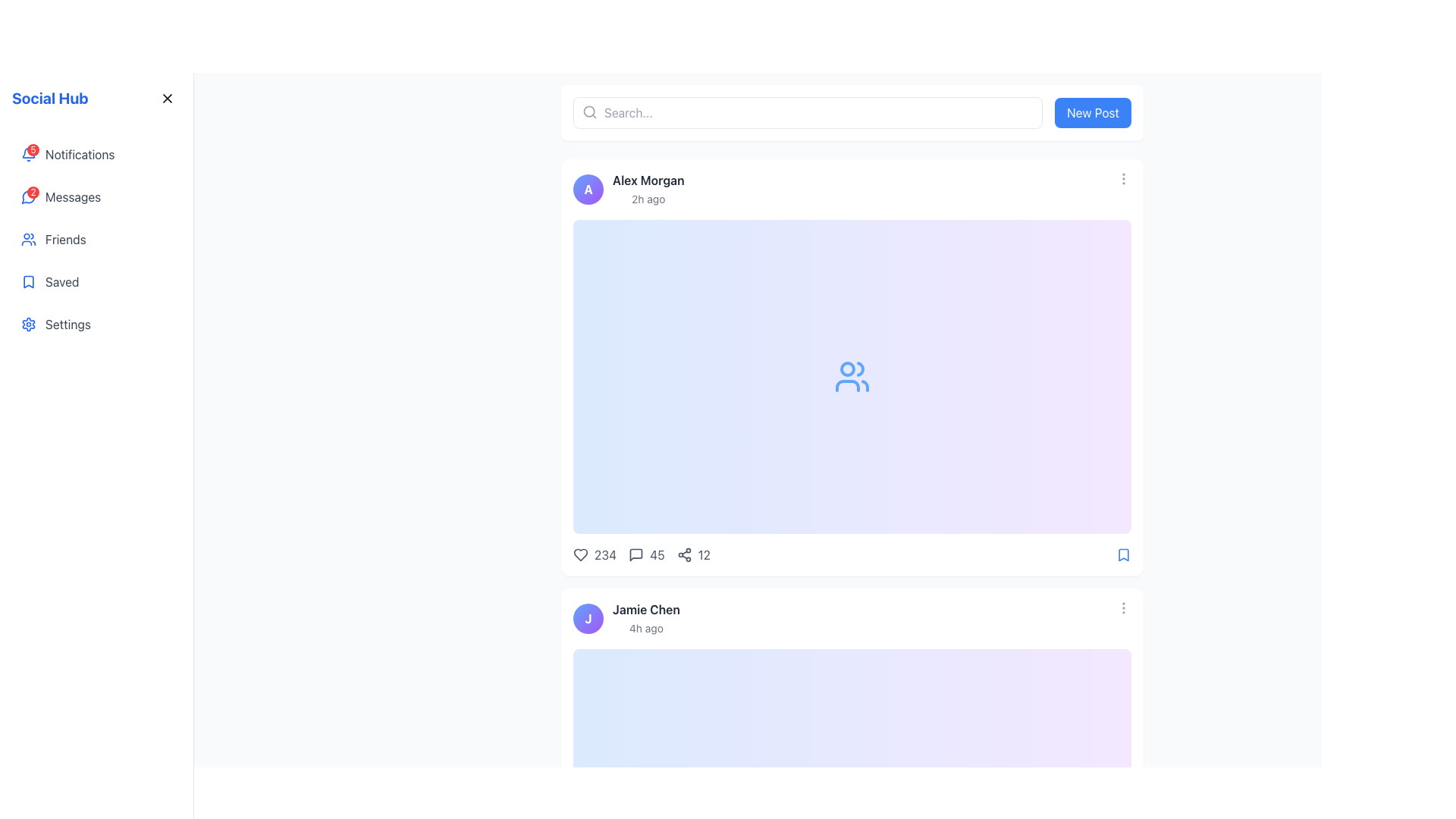 Image resolution: width=1456 pixels, height=819 pixels. Describe the element at coordinates (64, 239) in the screenshot. I see `the 'Friends' text label in the vertical navigation menu` at that location.